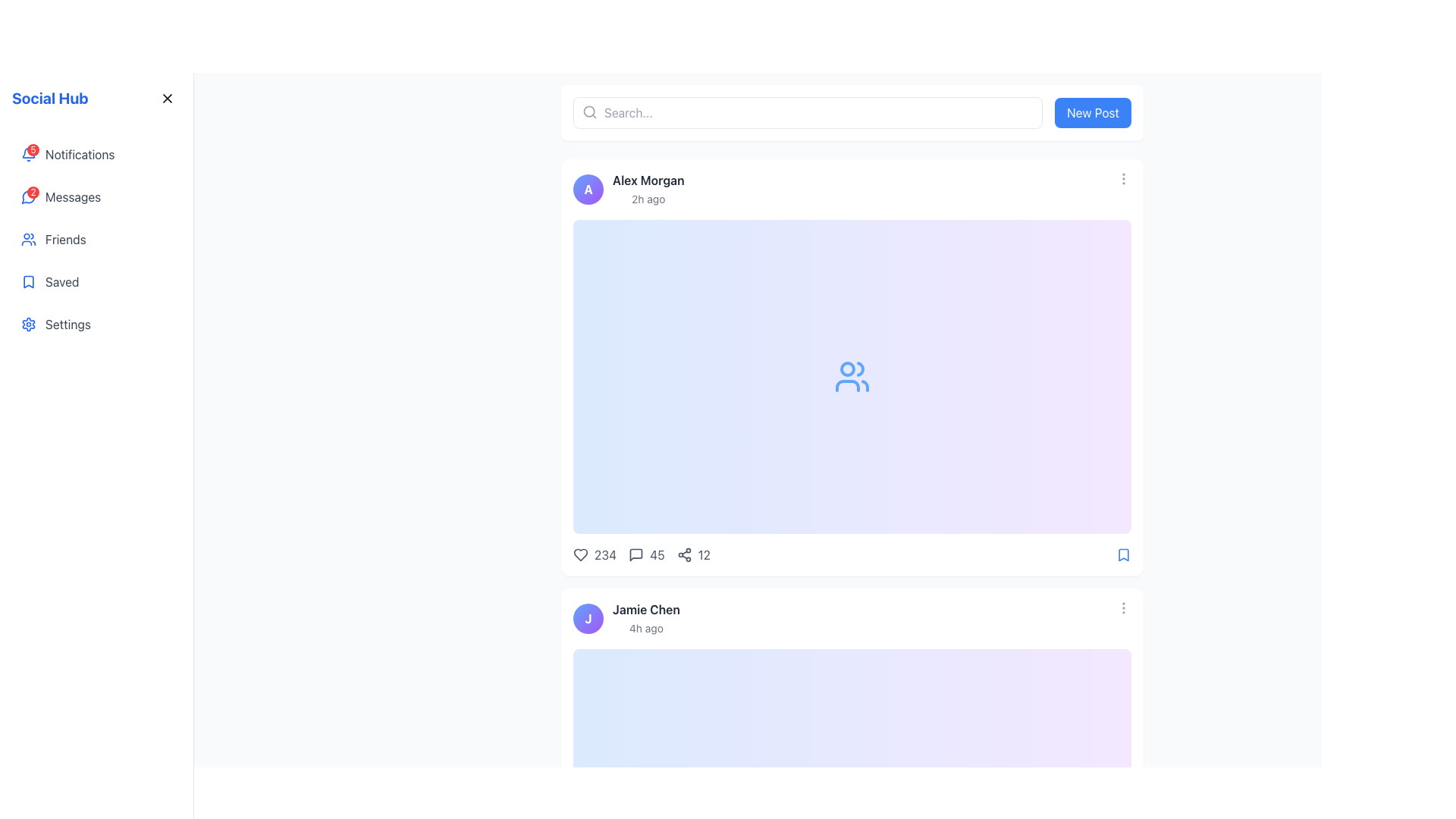 Image resolution: width=1456 pixels, height=819 pixels. Describe the element at coordinates (64, 239) in the screenshot. I see `the 'Friends' text label in the vertical navigation menu` at that location.